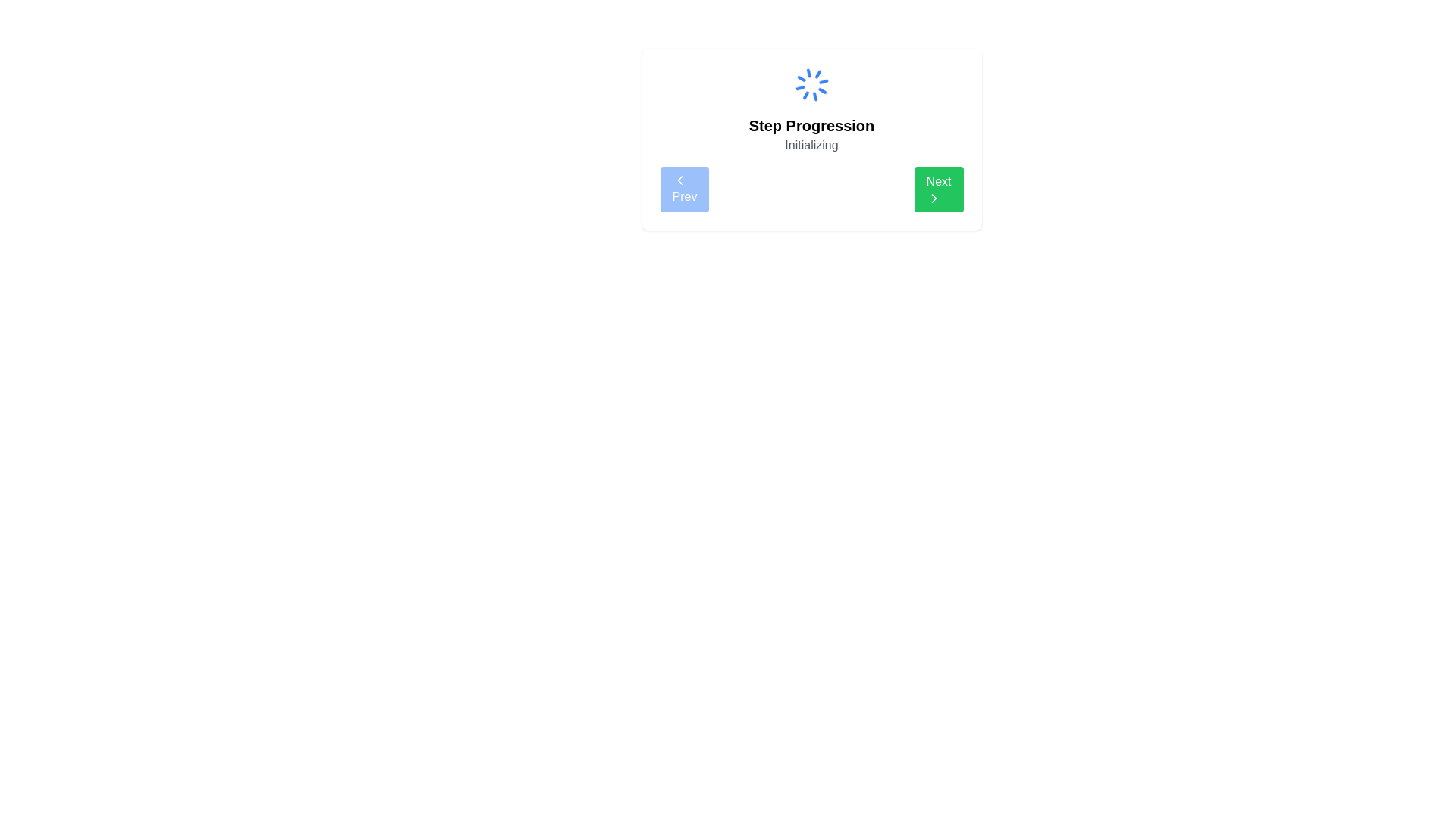 The height and width of the screenshot is (819, 1456). What do you see at coordinates (811, 84) in the screenshot?
I see `the animated spinning loader icon located centrally in a box above the text 'Step Progression'` at bounding box center [811, 84].